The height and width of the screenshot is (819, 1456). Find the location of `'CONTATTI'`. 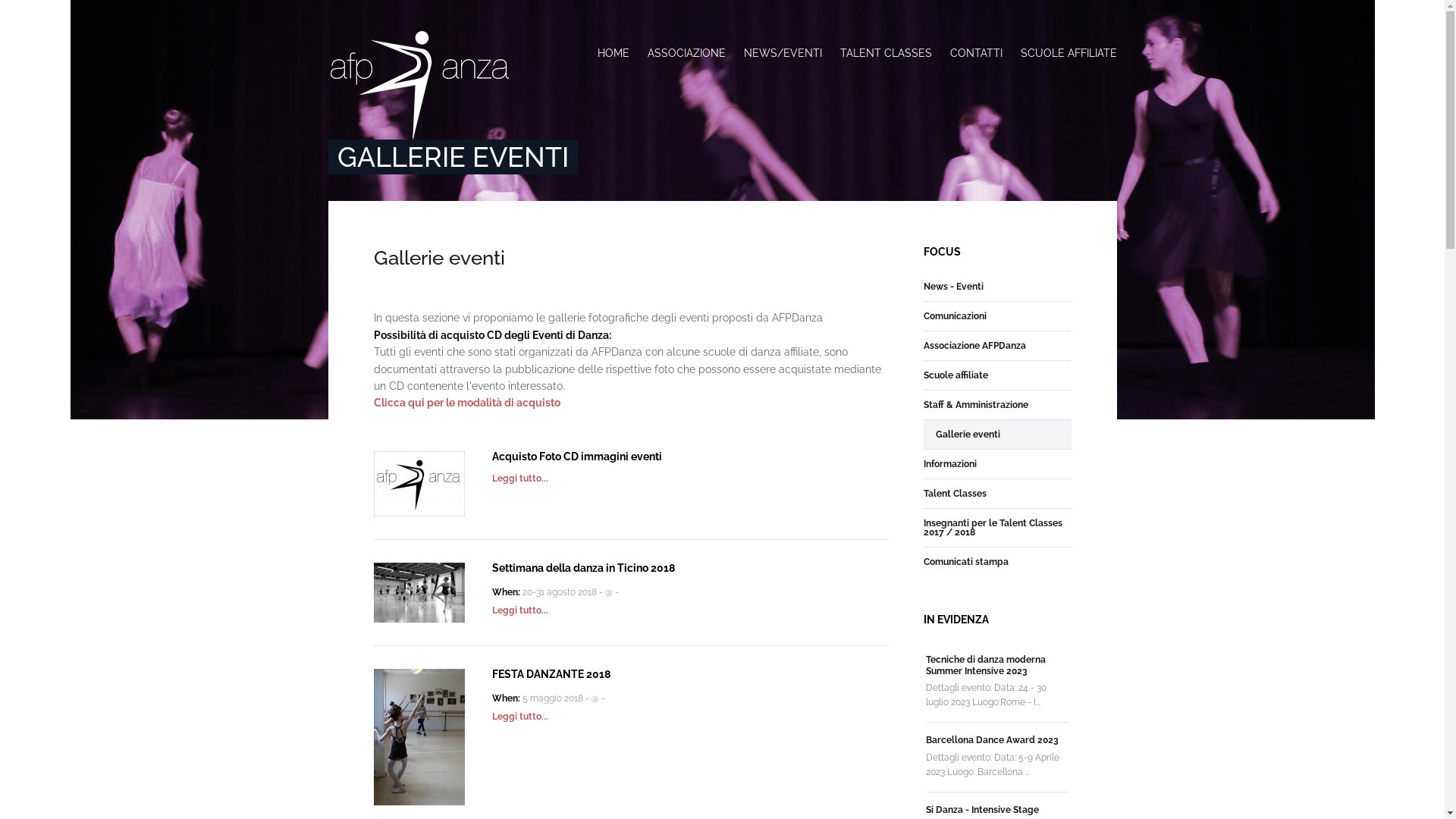

'CONTATTI' is located at coordinates (975, 52).